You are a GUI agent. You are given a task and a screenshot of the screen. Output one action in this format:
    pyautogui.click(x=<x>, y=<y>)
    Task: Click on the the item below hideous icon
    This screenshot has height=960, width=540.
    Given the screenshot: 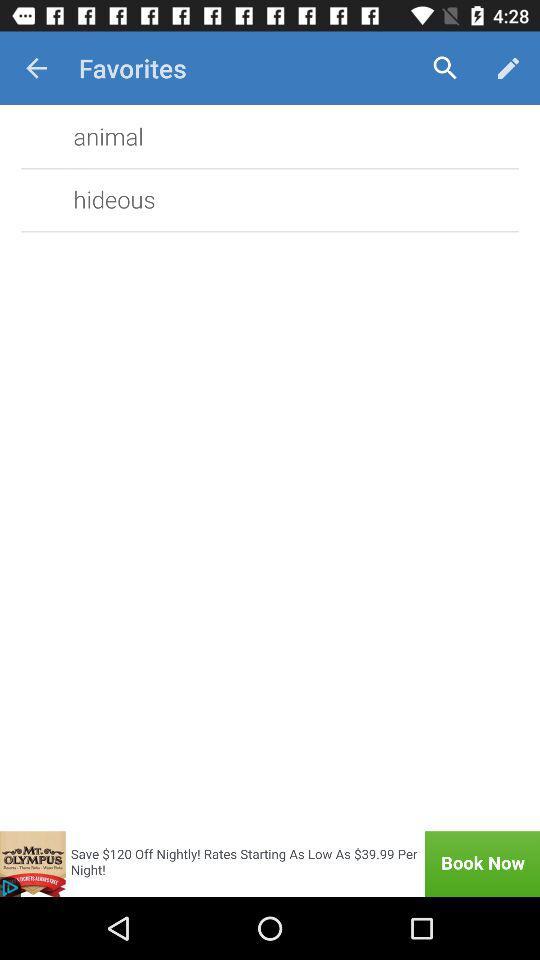 What is the action you would take?
    pyautogui.click(x=270, y=863)
    